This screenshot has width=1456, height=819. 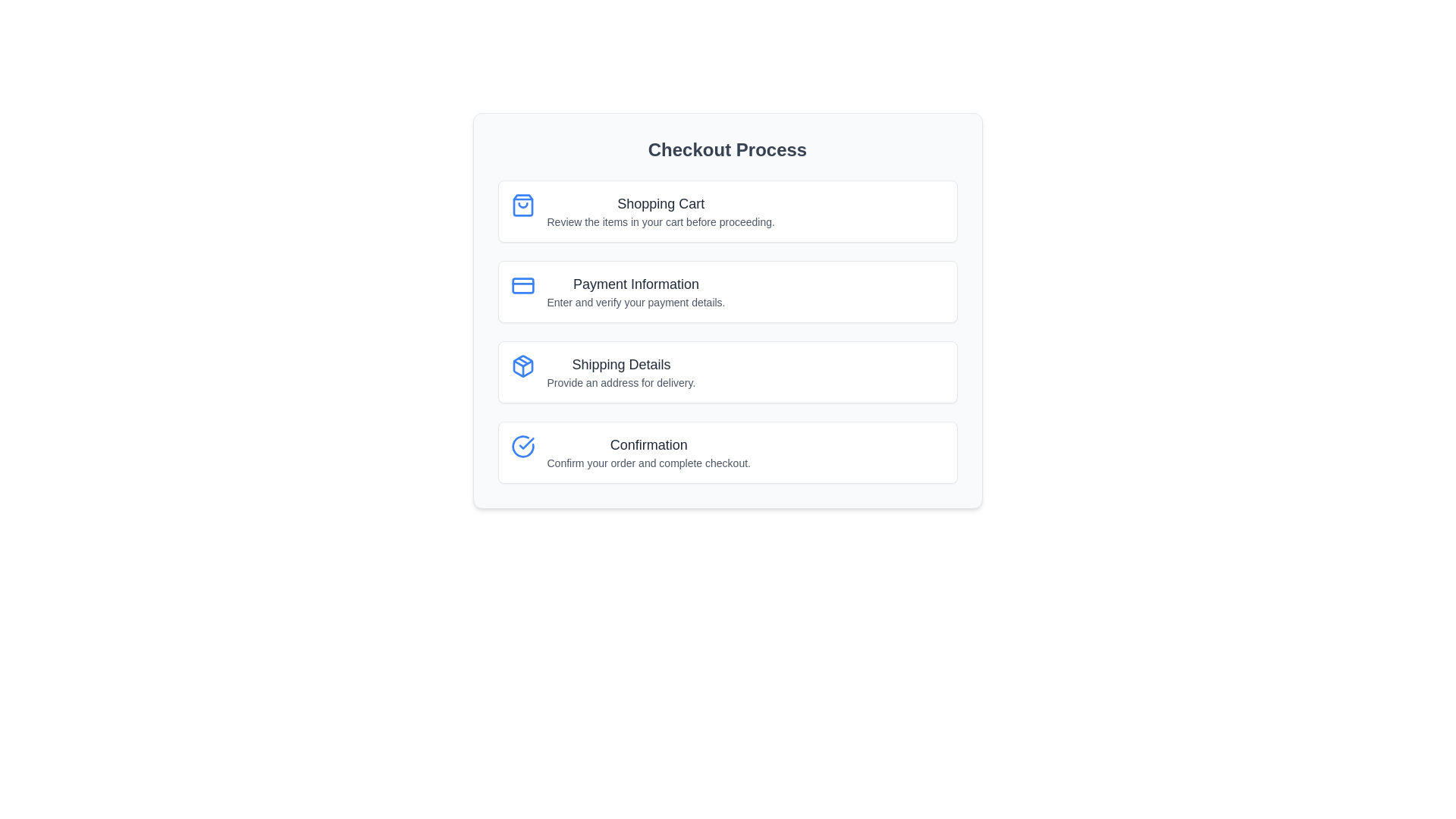 What do you see at coordinates (522, 286) in the screenshot?
I see `the blue credit card icon located within the 'Payment Information' card in the 'Checkout Process' step list` at bounding box center [522, 286].